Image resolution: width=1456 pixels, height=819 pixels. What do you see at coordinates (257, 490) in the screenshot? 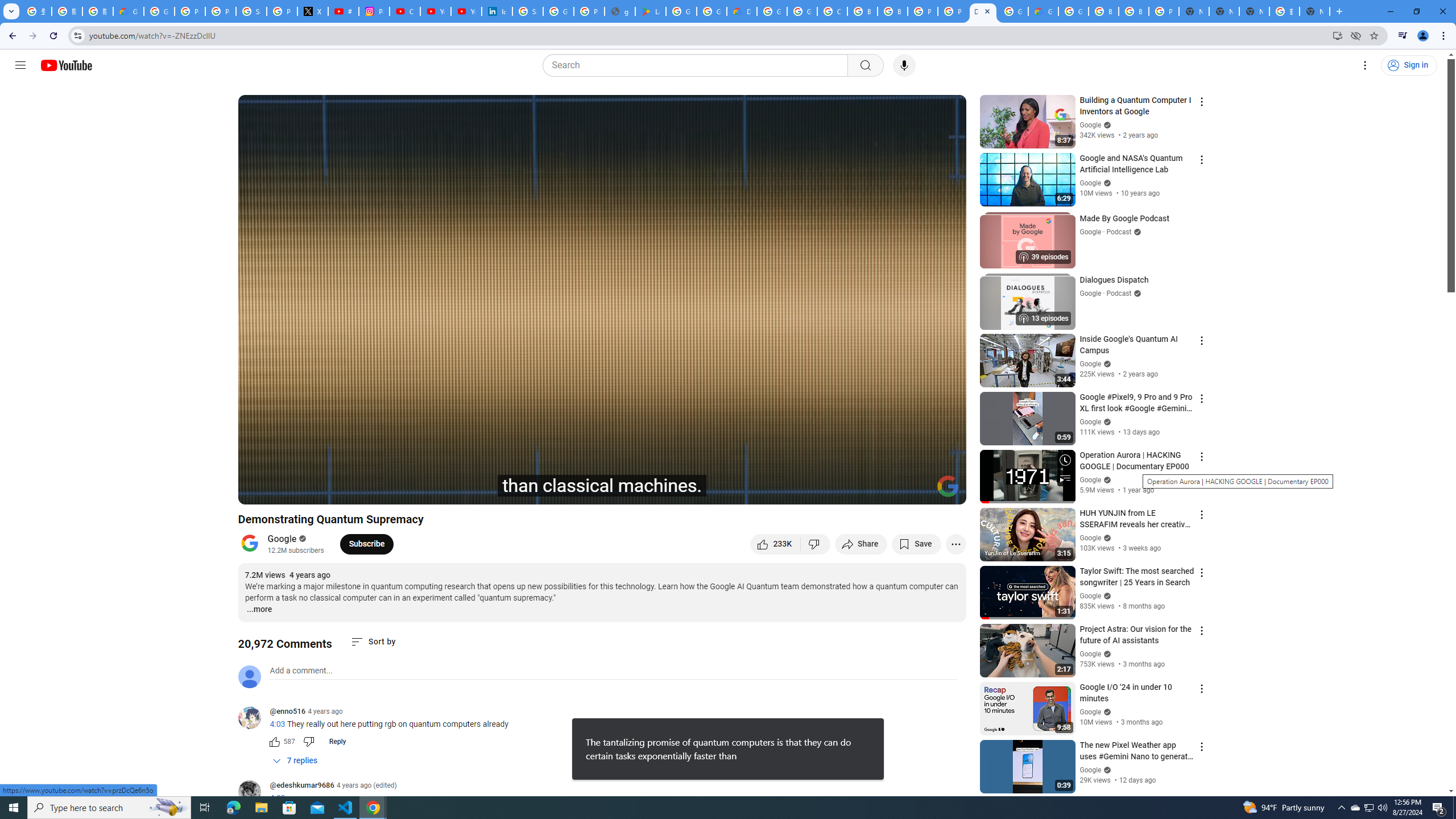
I see `'Pause (k)'` at bounding box center [257, 490].